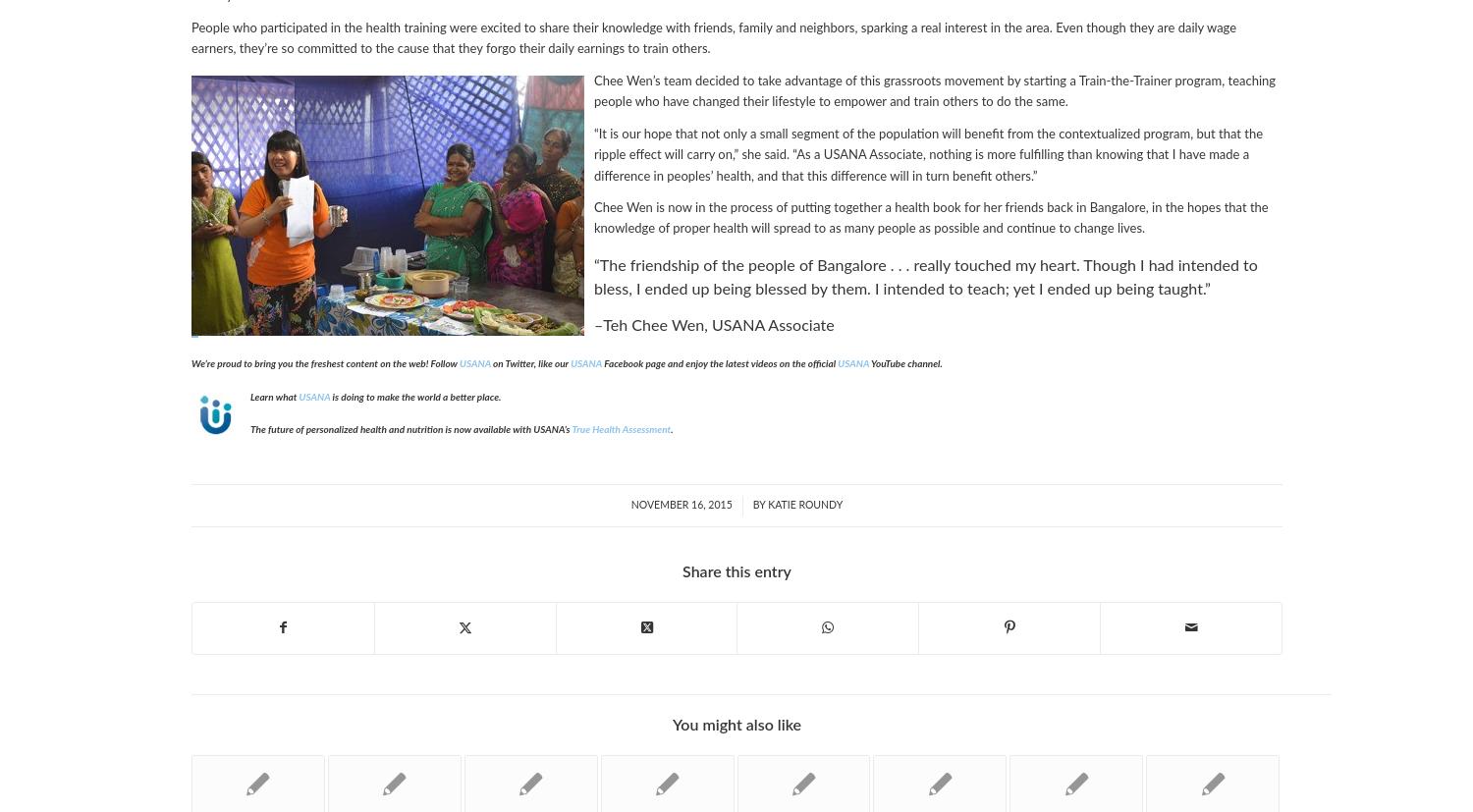 This screenshot has width=1473, height=812. I want to click on 'We’re proud to bring you the freshest content on the web! Follow', so click(324, 362).